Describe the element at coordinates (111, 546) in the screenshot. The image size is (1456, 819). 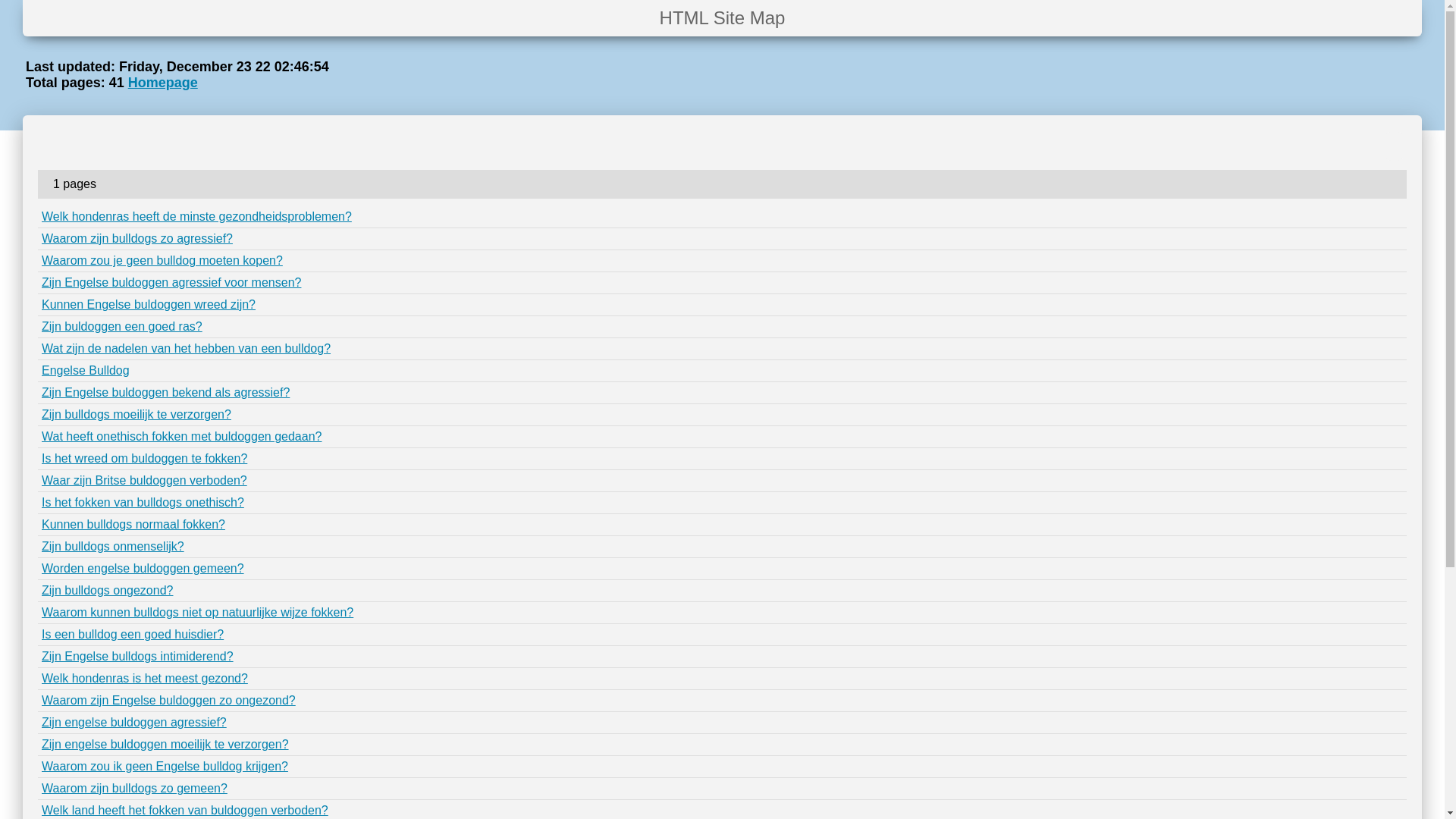
I see `'Zijn bulldogs onmenselijk?'` at that location.